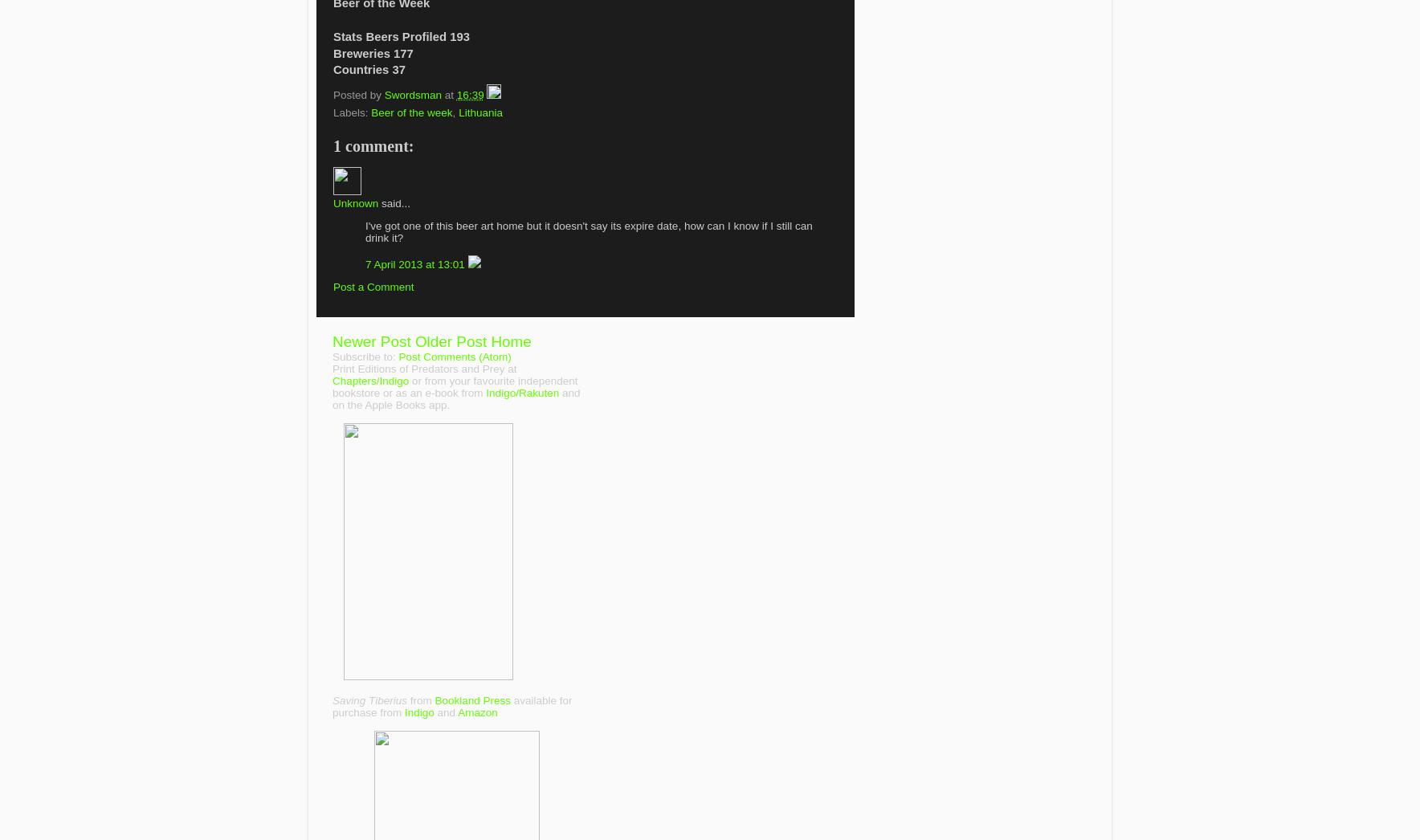  I want to click on 'Home', so click(490, 340).